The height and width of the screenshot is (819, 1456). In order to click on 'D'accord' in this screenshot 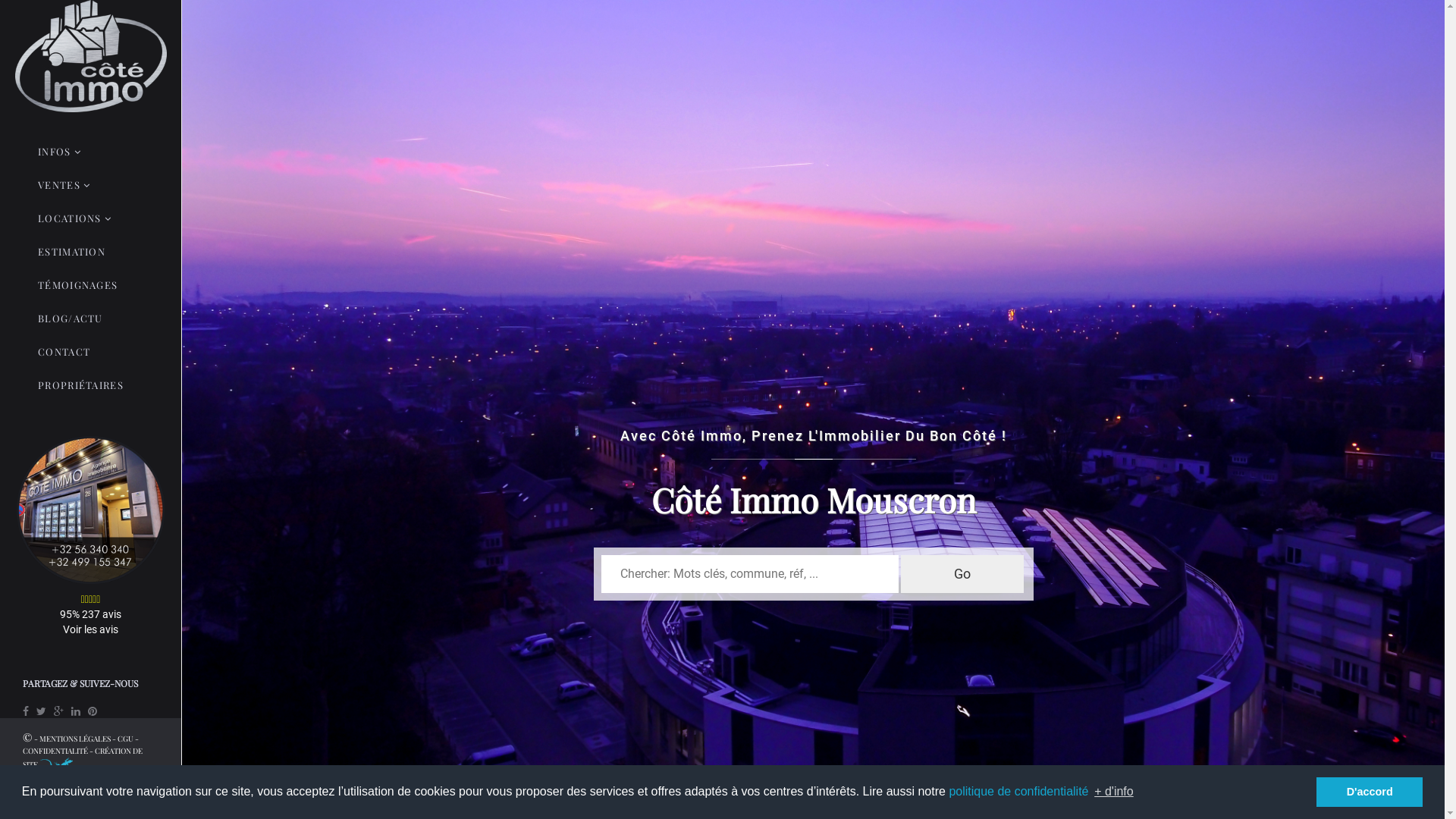, I will do `click(1369, 791)`.